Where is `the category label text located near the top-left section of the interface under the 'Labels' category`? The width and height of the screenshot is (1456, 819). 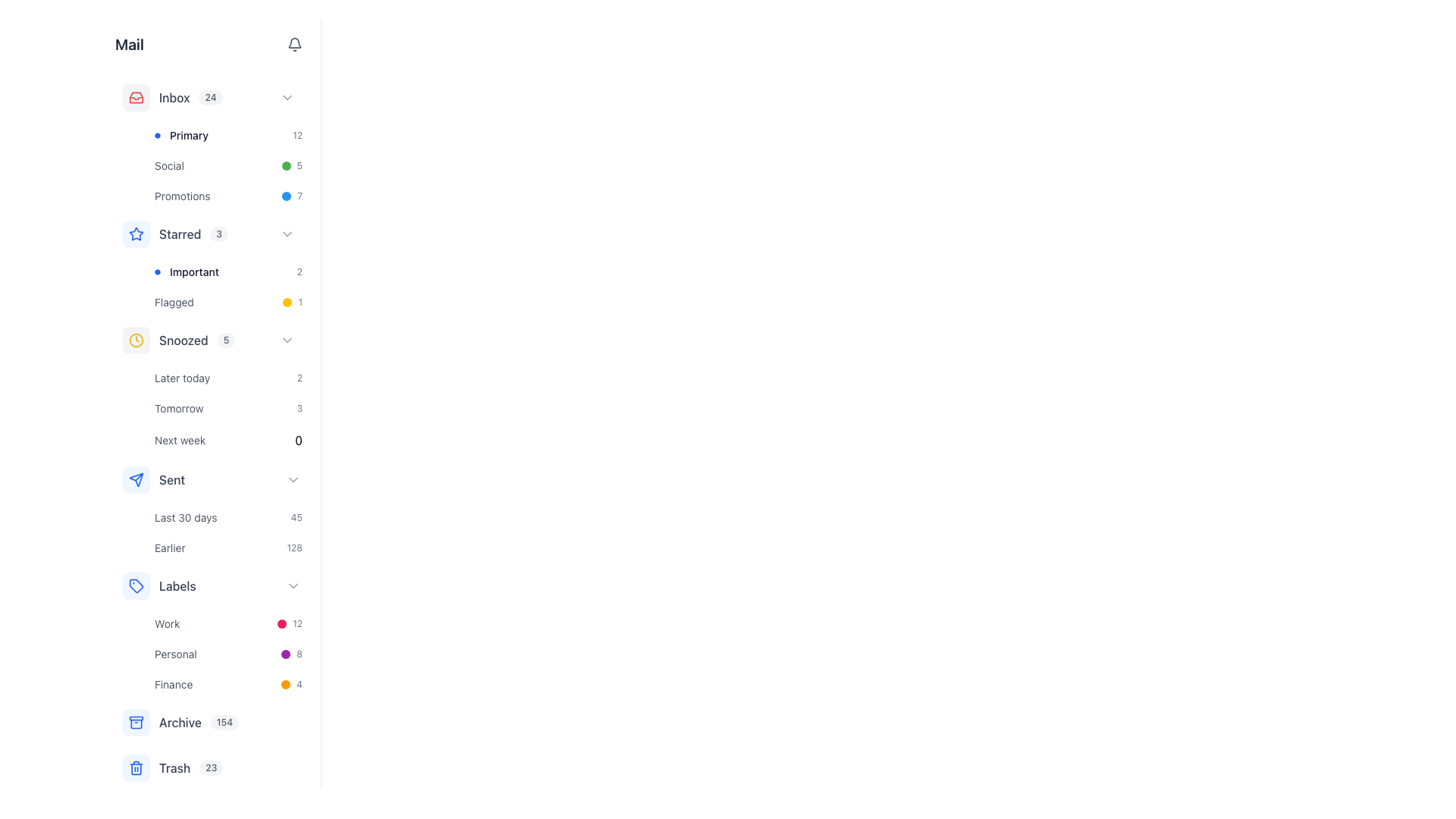 the category label text located near the top-left section of the interface under the 'Labels' category is located at coordinates (167, 623).